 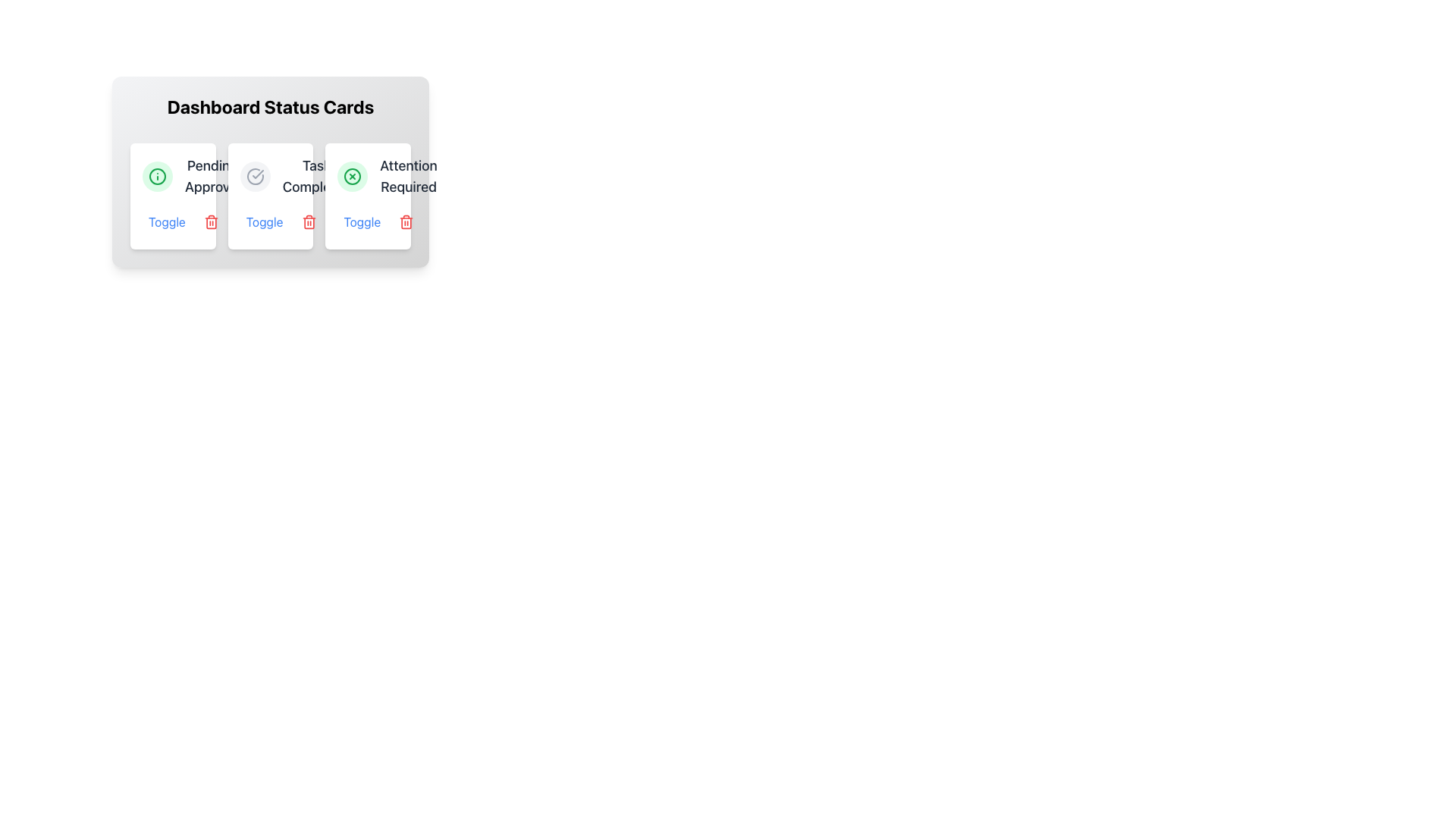 What do you see at coordinates (368, 222) in the screenshot?
I see `the third 'Toggle' button under the 'Attention Required' label in the 'Dashboard Status Cards' panel` at bounding box center [368, 222].